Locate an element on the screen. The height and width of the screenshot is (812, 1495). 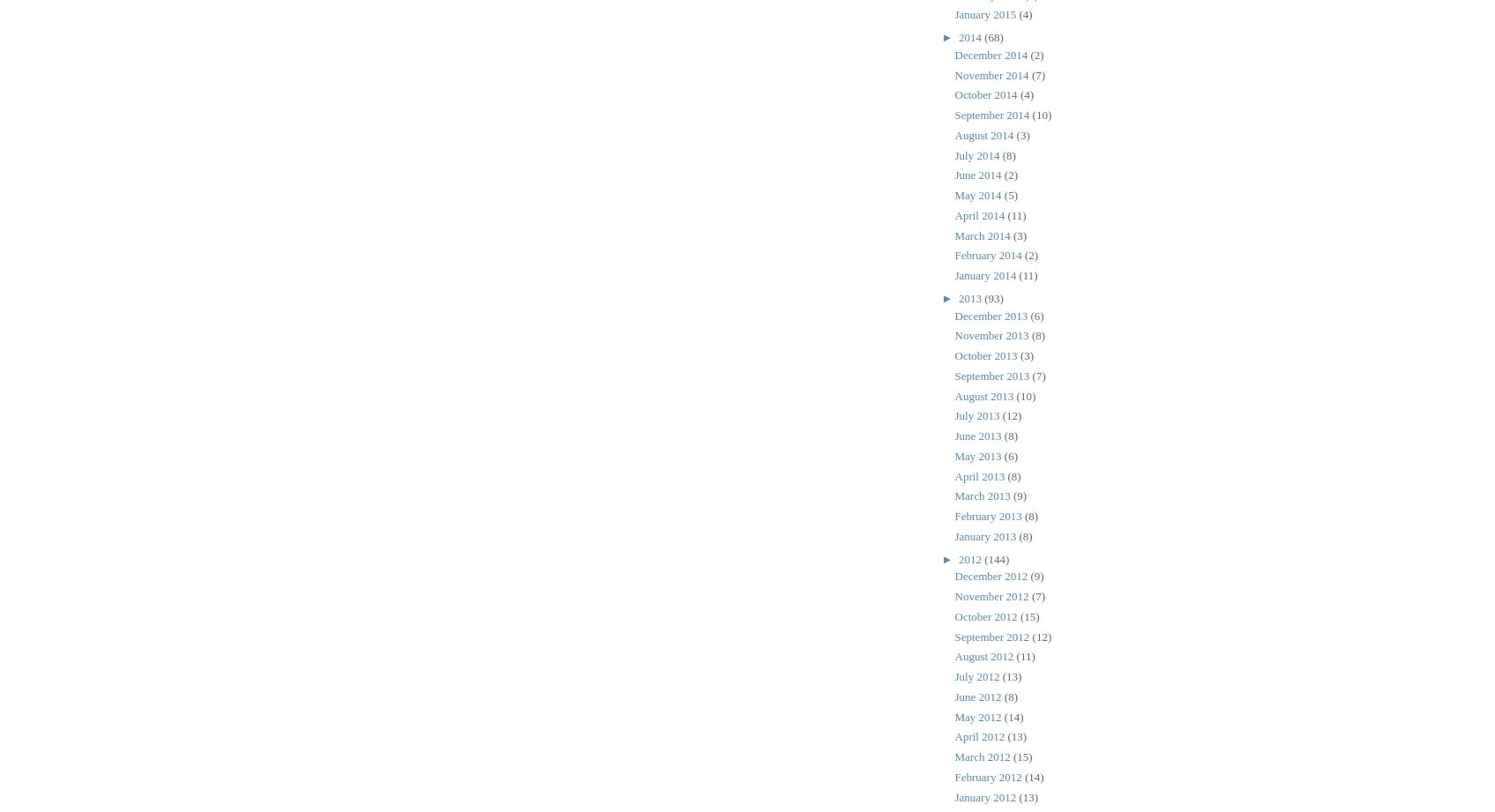
'July 2013' is located at coordinates (953, 414).